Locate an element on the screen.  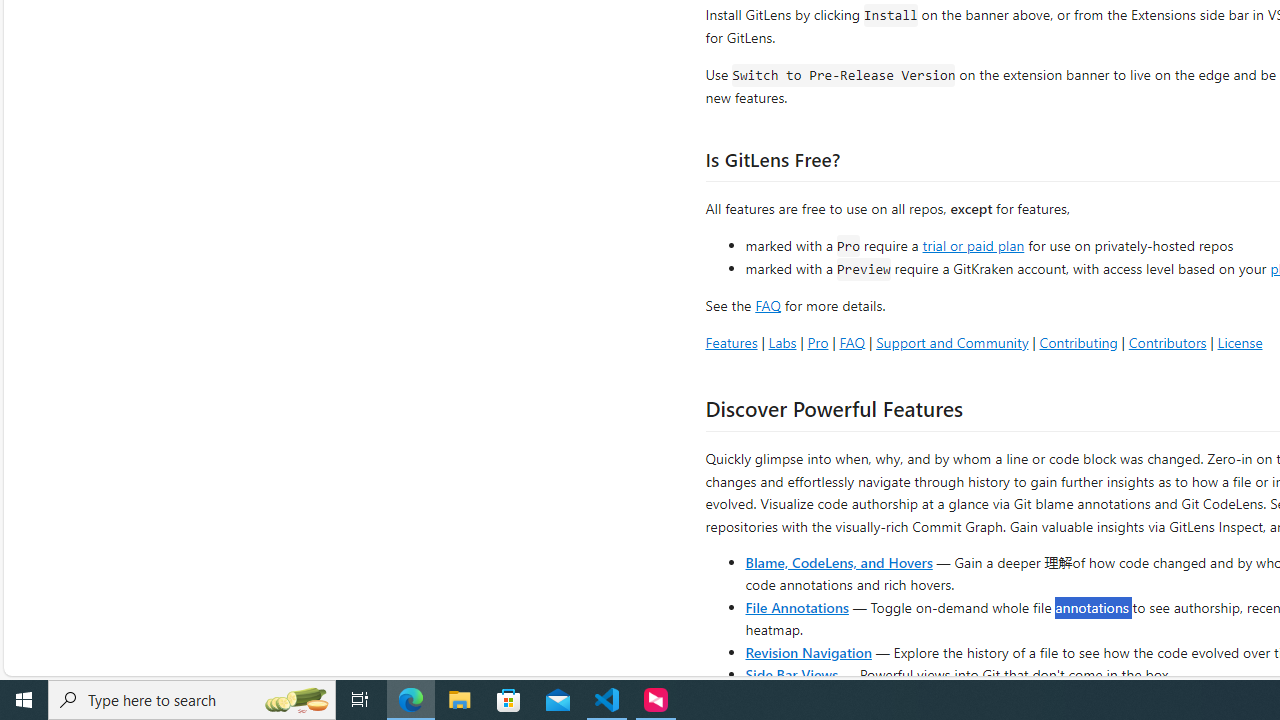
'Contributing' is located at coordinates (1077, 341).